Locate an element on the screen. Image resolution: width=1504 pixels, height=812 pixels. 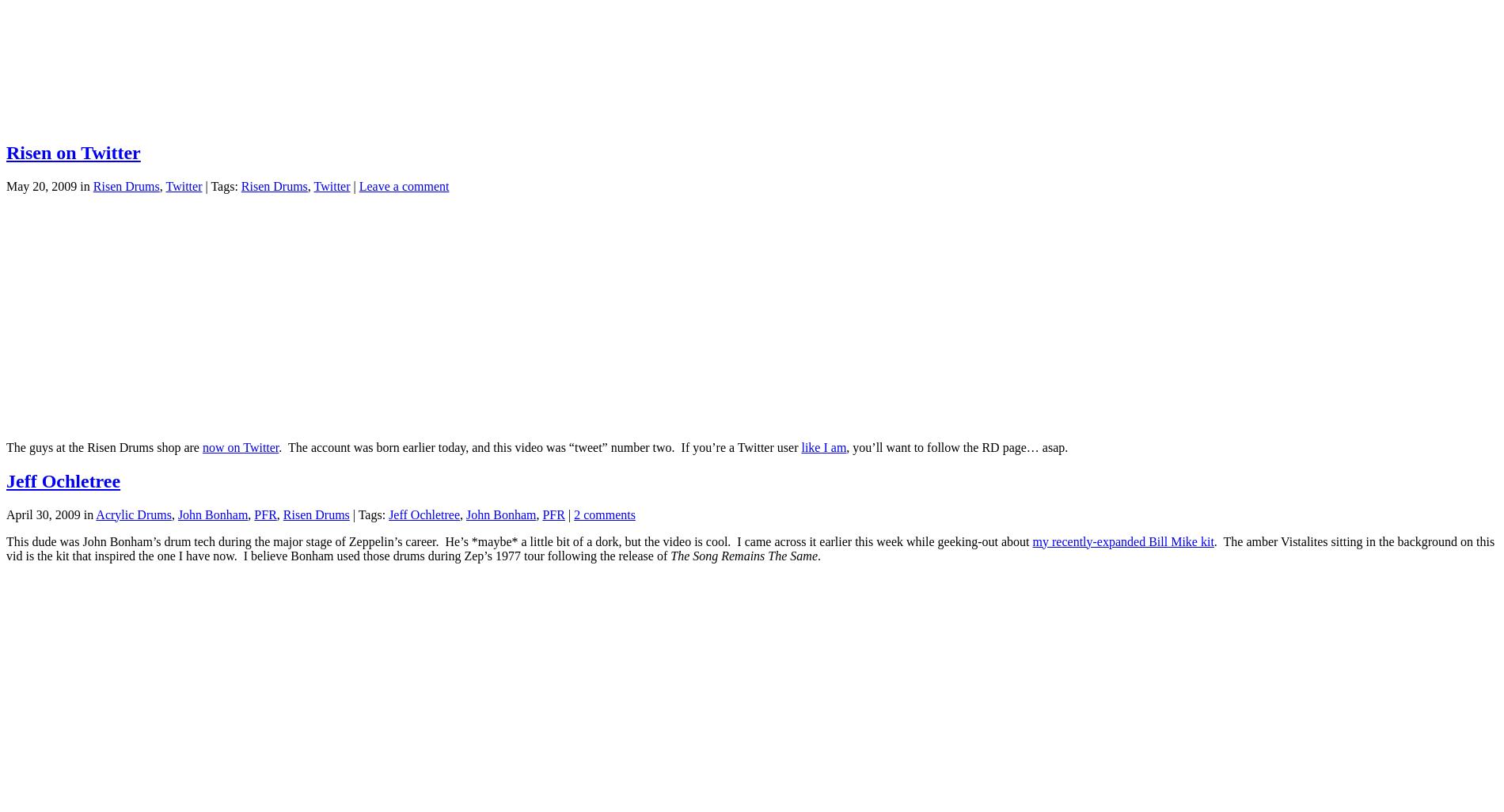
'.  The account was born earlier today, and this video was “tweet” number two.  If you’re a Twitter user' is located at coordinates (539, 446).